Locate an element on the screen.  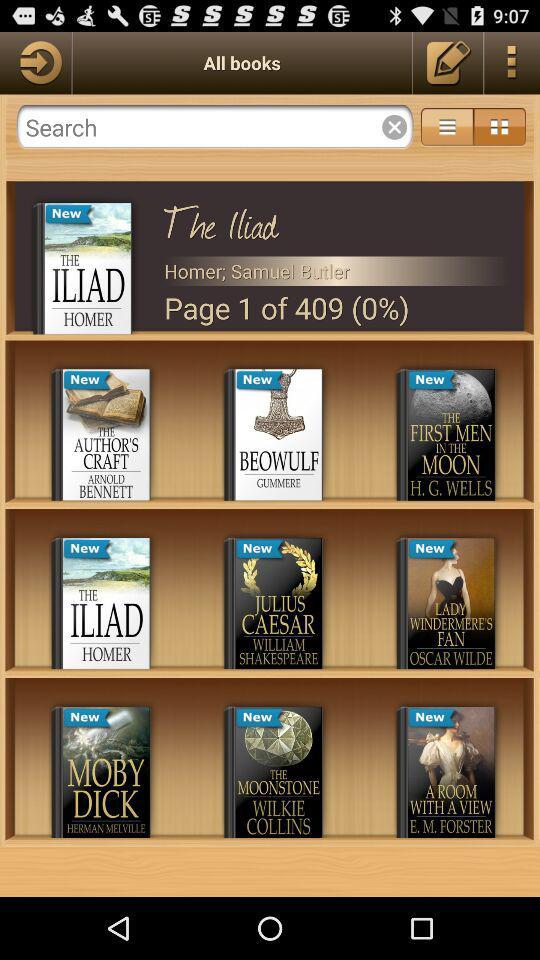
the iliad icon is located at coordinates (336, 219).